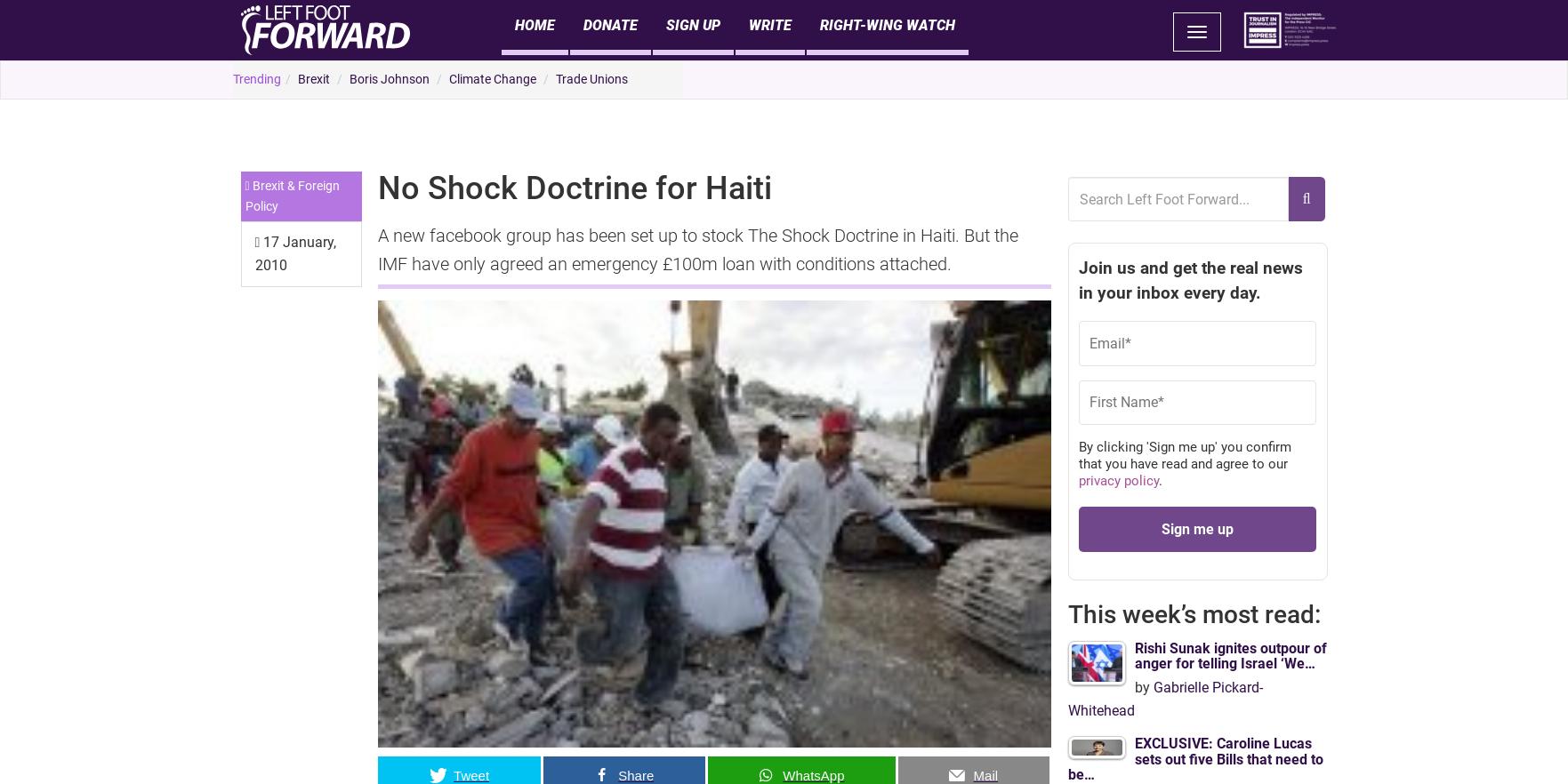  Describe the element at coordinates (1192, 612) in the screenshot. I see `'This week’s most read:'` at that location.